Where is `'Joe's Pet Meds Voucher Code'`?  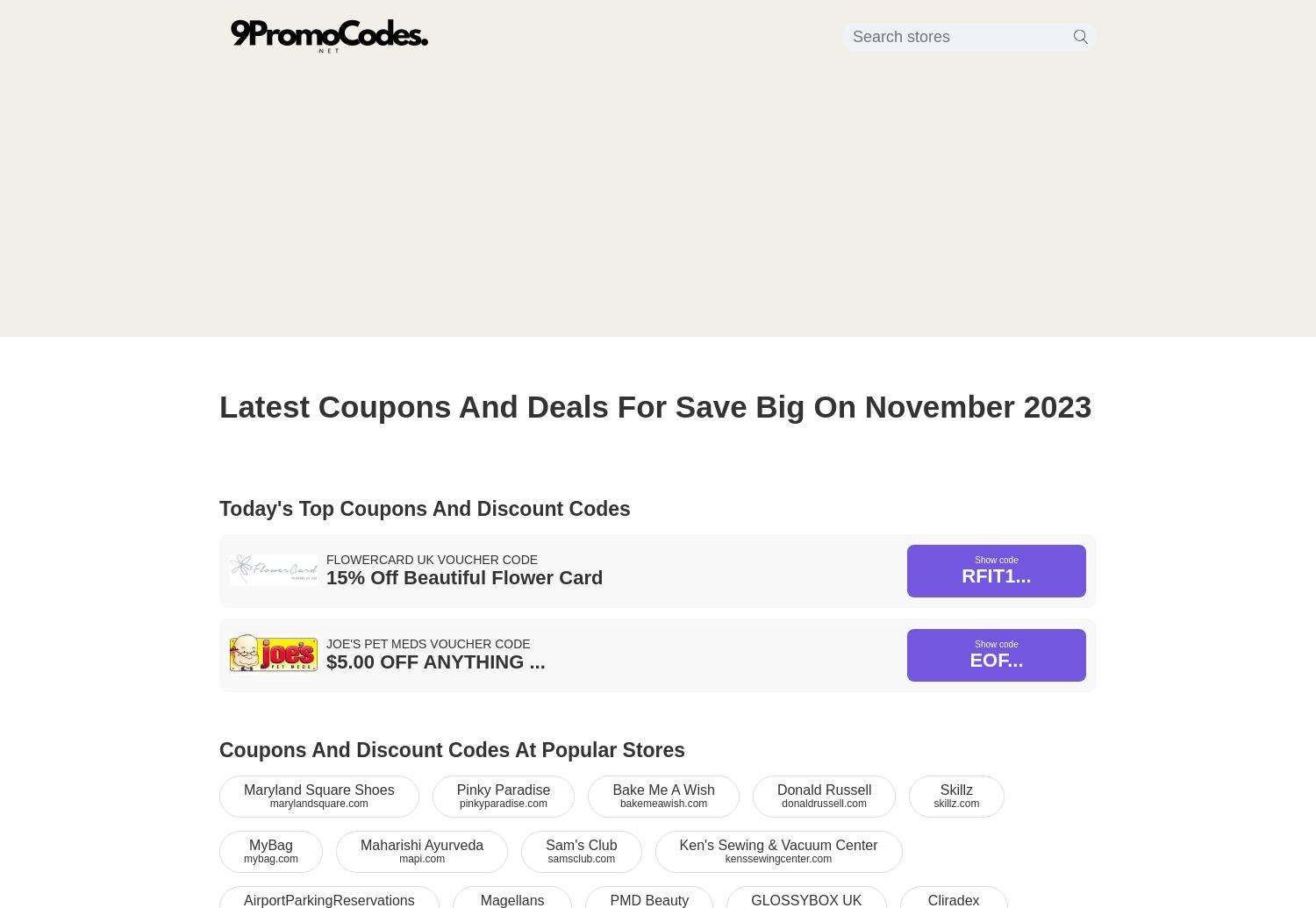
'Joe's Pet Meds Voucher Code' is located at coordinates (325, 641).